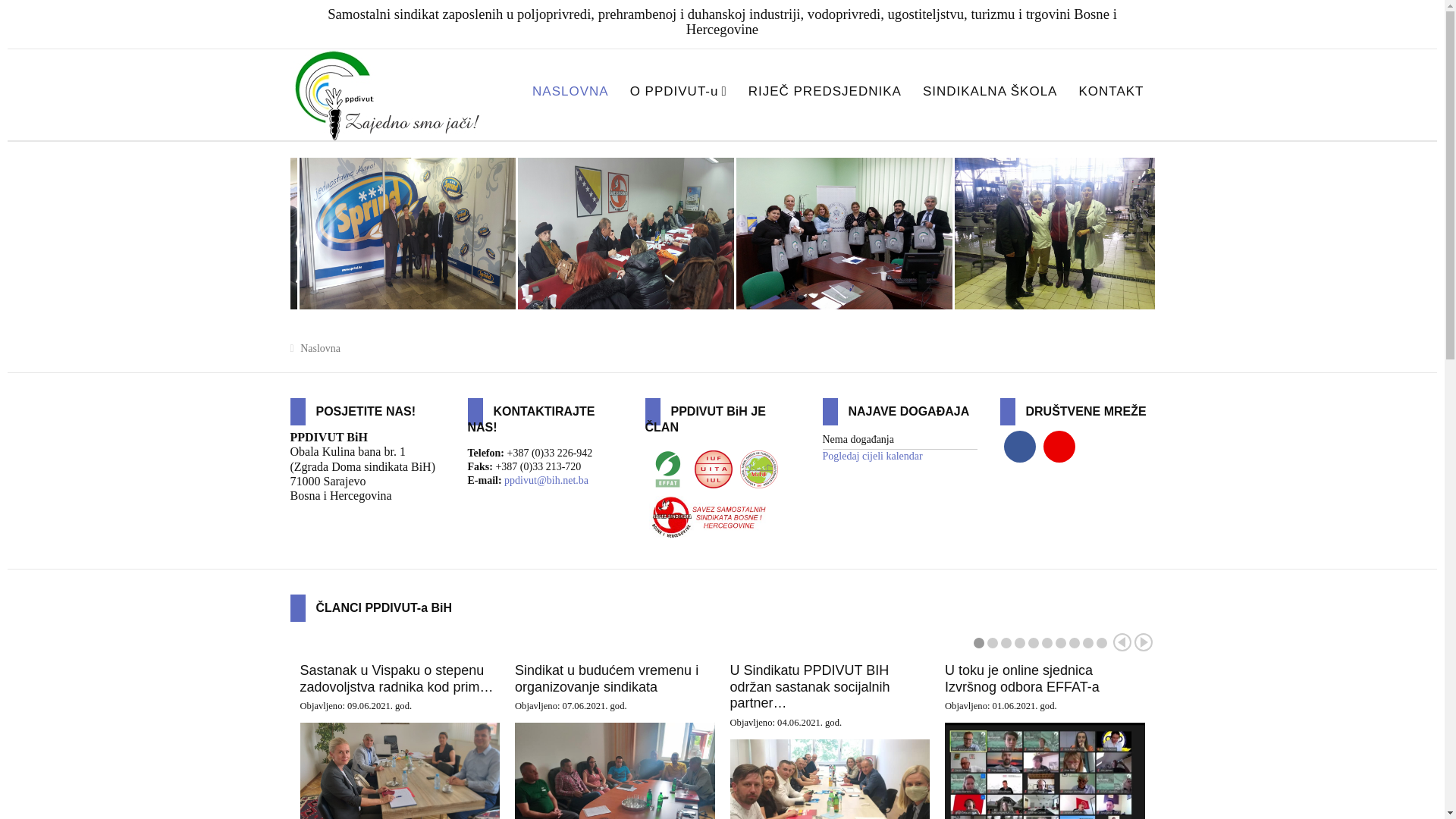 The image size is (1456, 819). What do you see at coordinates (677, 92) in the screenshot?
I see `'O PPDIVUT-u'` at bounding box center [677, 92].